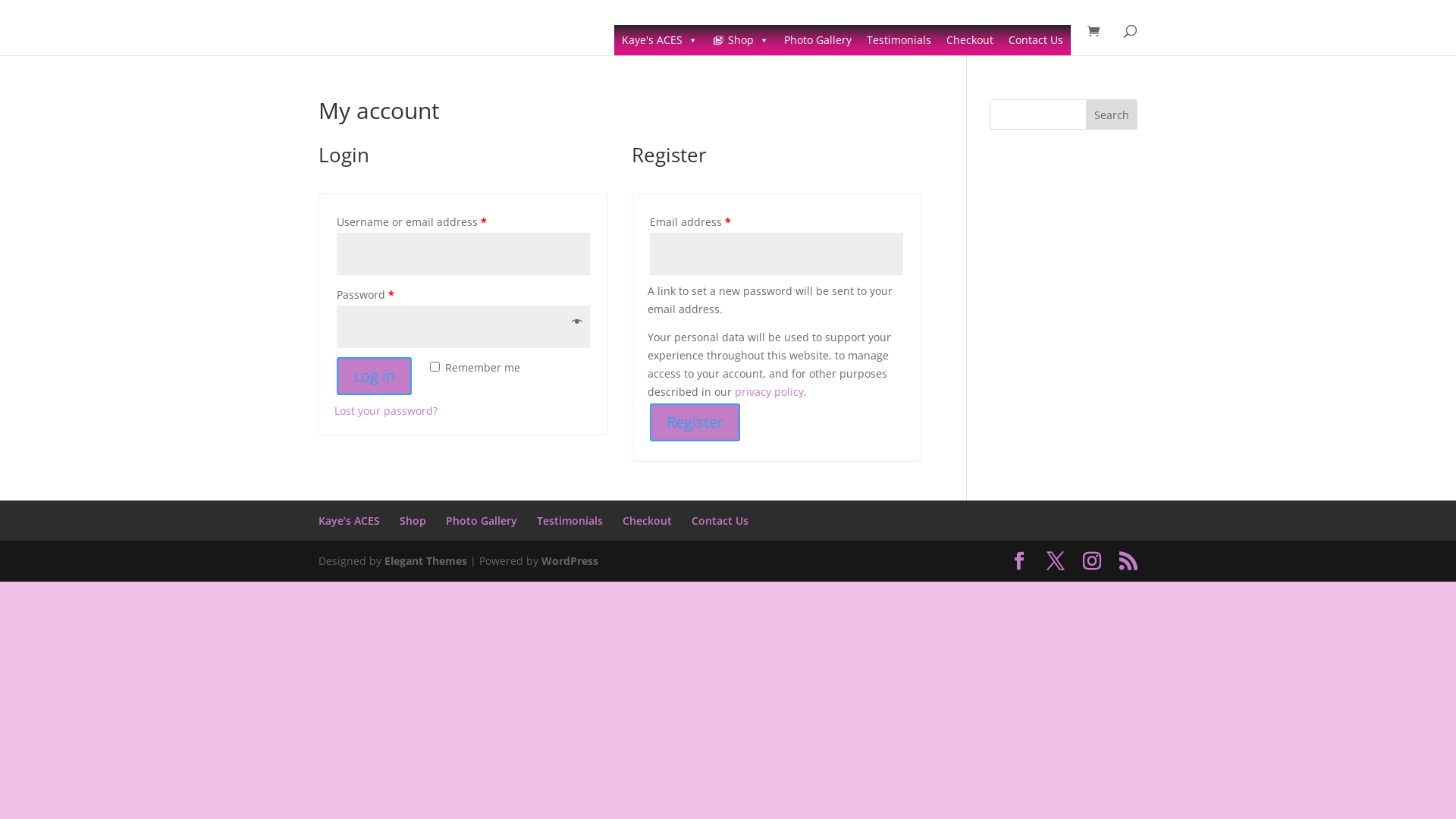 The image size is (1456, 819). I want to click on 'Lost your password?', so click(385, 410).